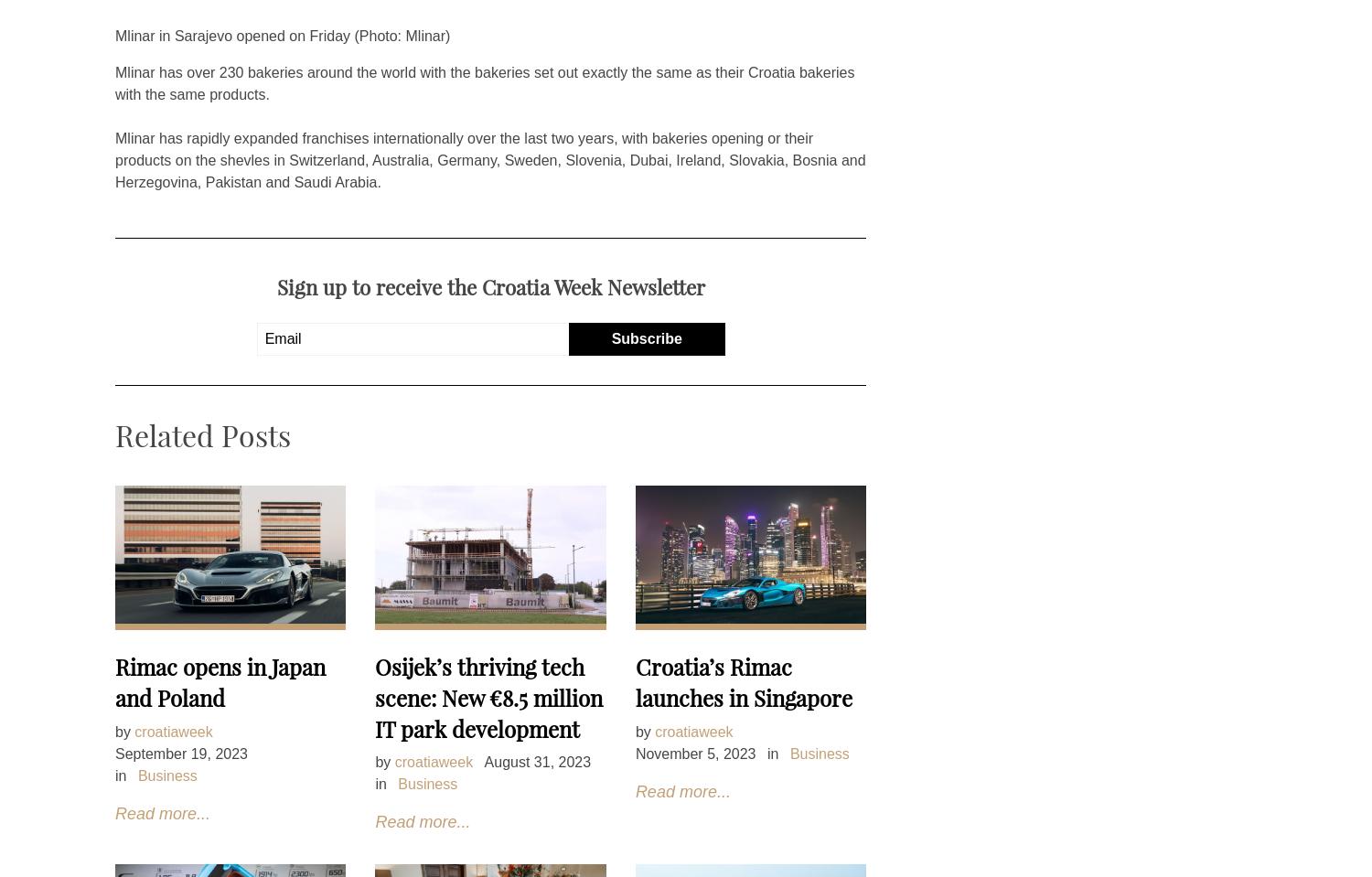 This screenshot has height=877, width=1372. What do you see at coordinates (115, 680) in the screenshot?
I see `'Rimac opens in Japan and Poland'` at bounding box center [115, 680].